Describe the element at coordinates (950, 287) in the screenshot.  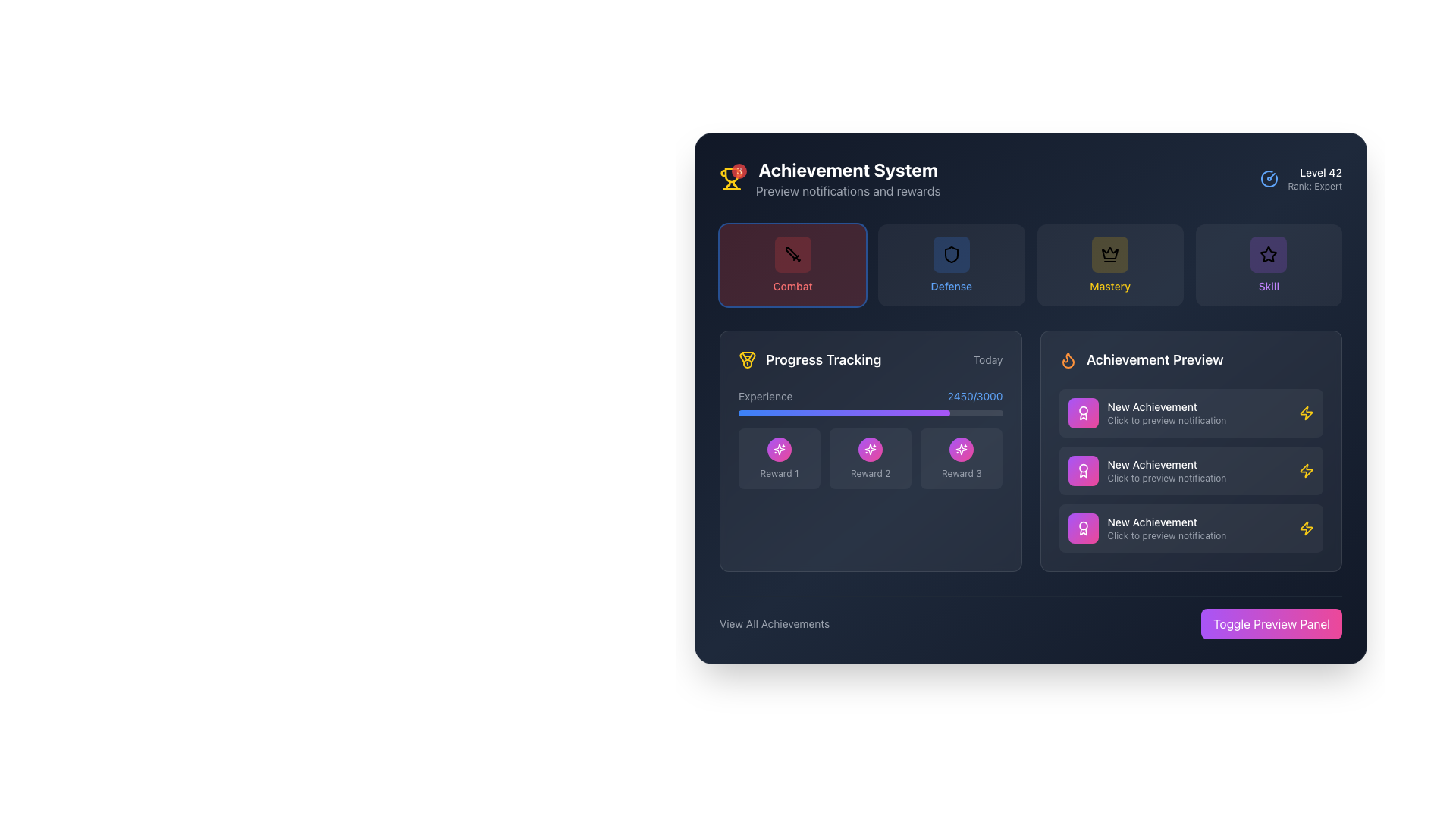
I see `the 'Defense' text label, which is styled in light blue and positioned below a shield icon in the top-action pane` at that location.